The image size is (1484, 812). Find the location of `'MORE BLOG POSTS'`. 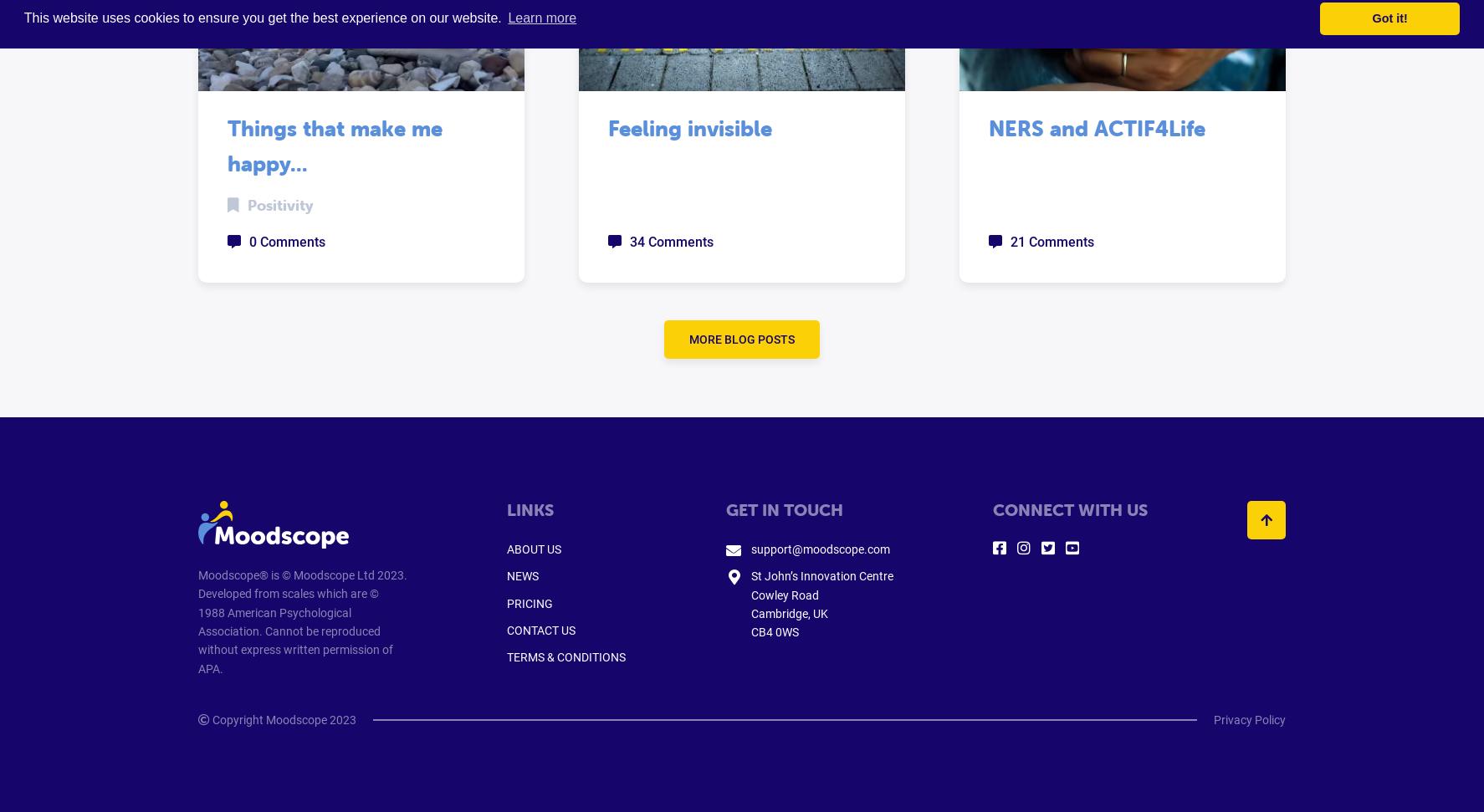

'MORE BLOG POSTS' is located at coordinates (742, 338).